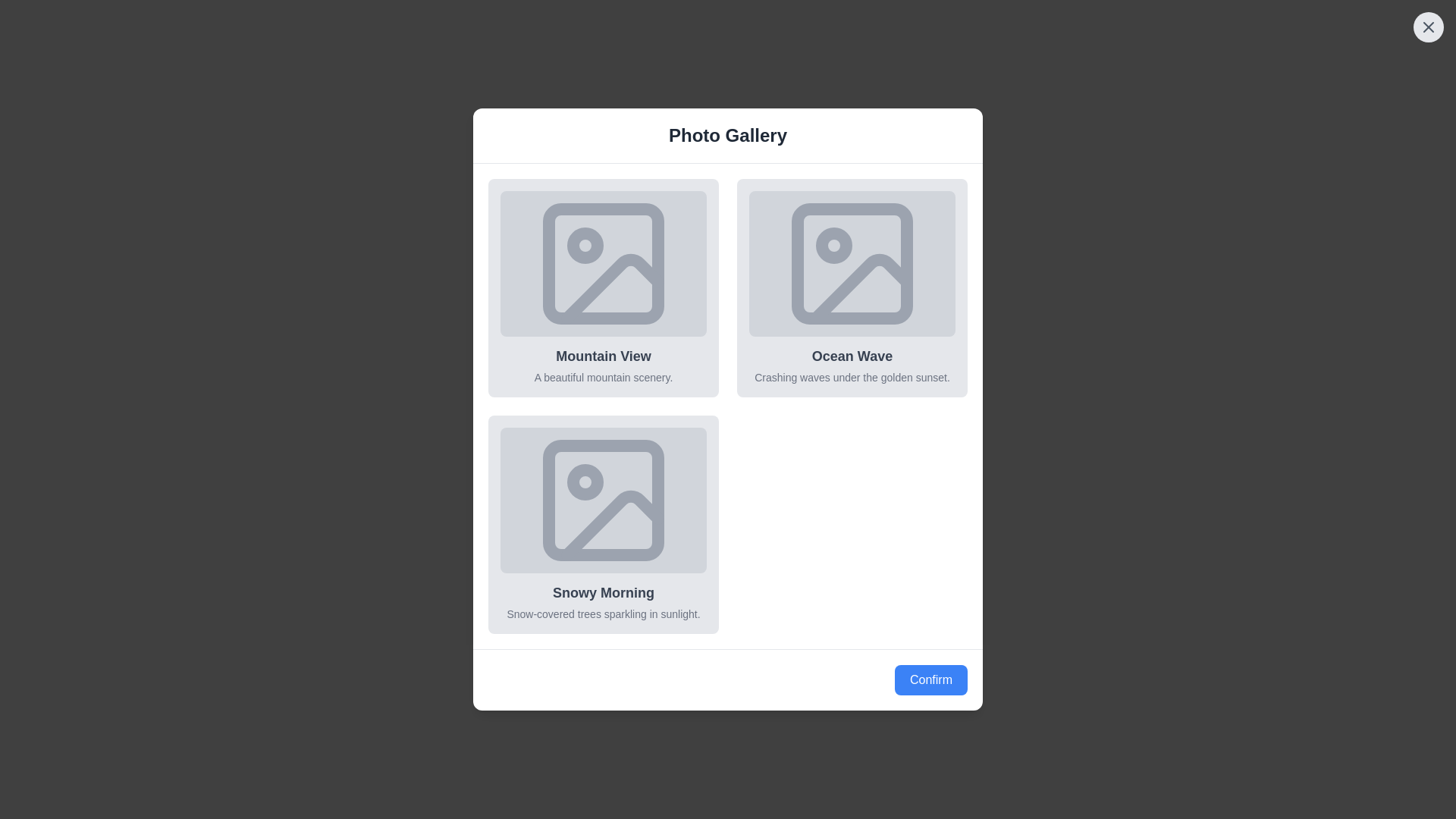 Image resolution: width=1456 pixels, height=819 pixels. Describe the element at coordinates (930, 679) in the screenshot. I see `the confirm button to proceed` at that location.